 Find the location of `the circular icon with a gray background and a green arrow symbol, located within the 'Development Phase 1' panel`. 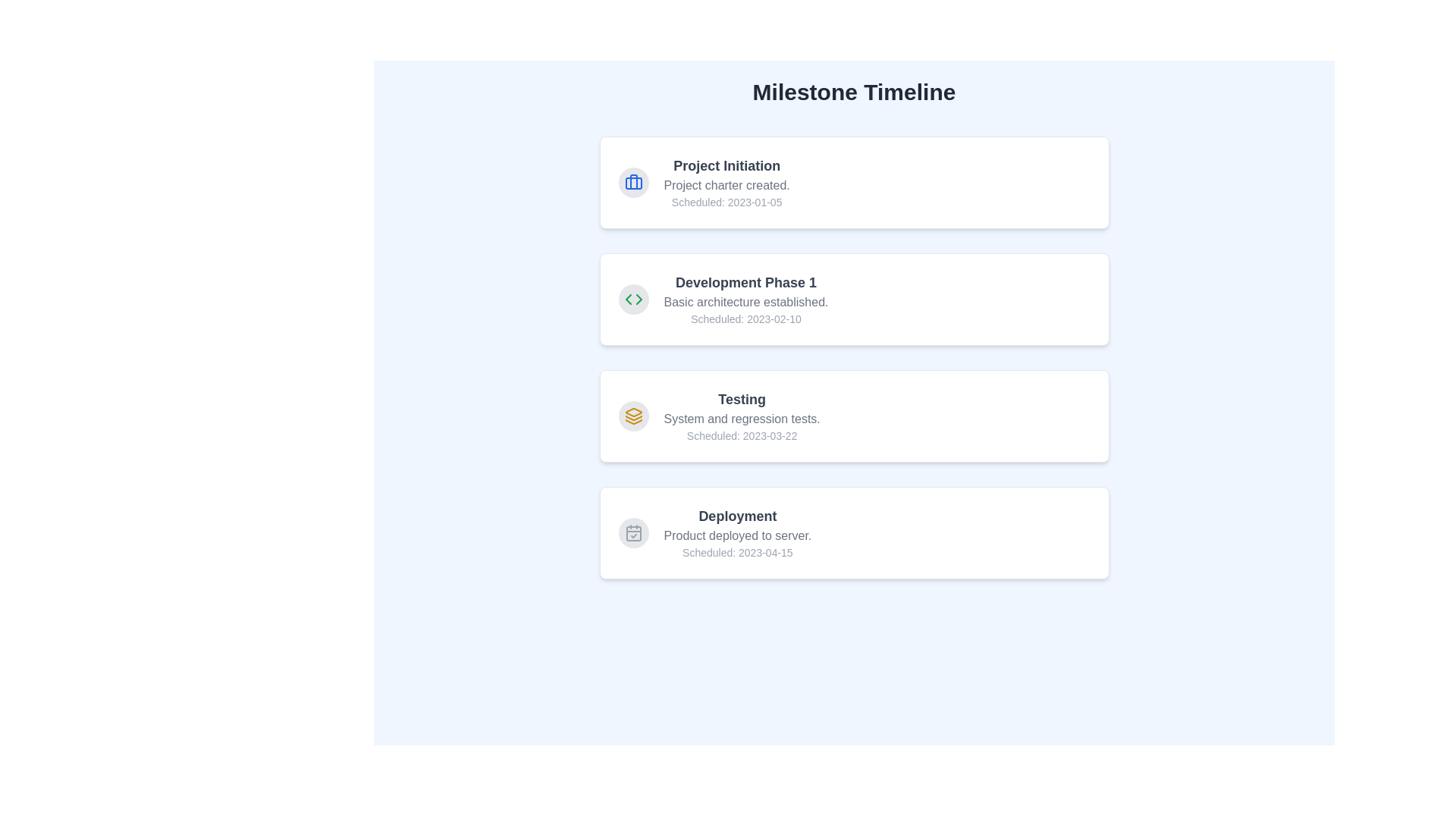

the circular icon with a gray background and a green arrow symbol, located within the 'Development Phase 1' panel is located at coordinates (633, 299).